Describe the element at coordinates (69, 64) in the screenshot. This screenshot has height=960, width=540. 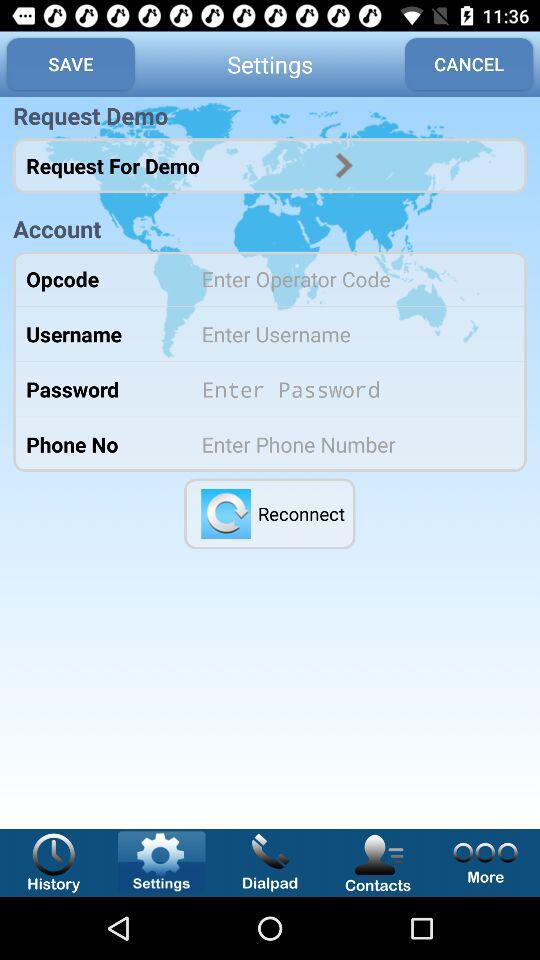
I see `save` at that location.